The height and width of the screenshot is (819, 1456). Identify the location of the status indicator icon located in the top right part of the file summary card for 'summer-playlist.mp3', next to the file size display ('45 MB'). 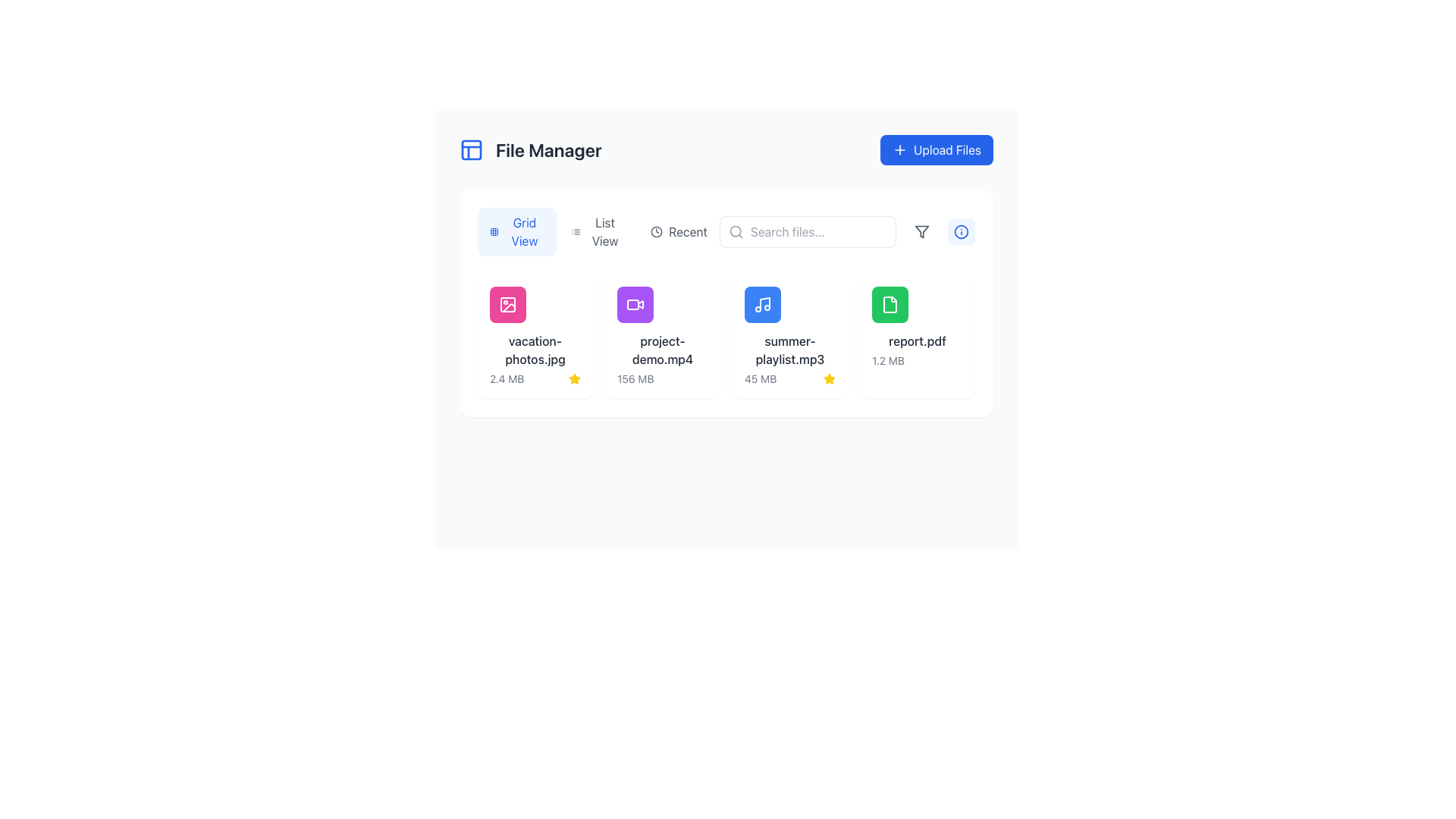
(829, 378).